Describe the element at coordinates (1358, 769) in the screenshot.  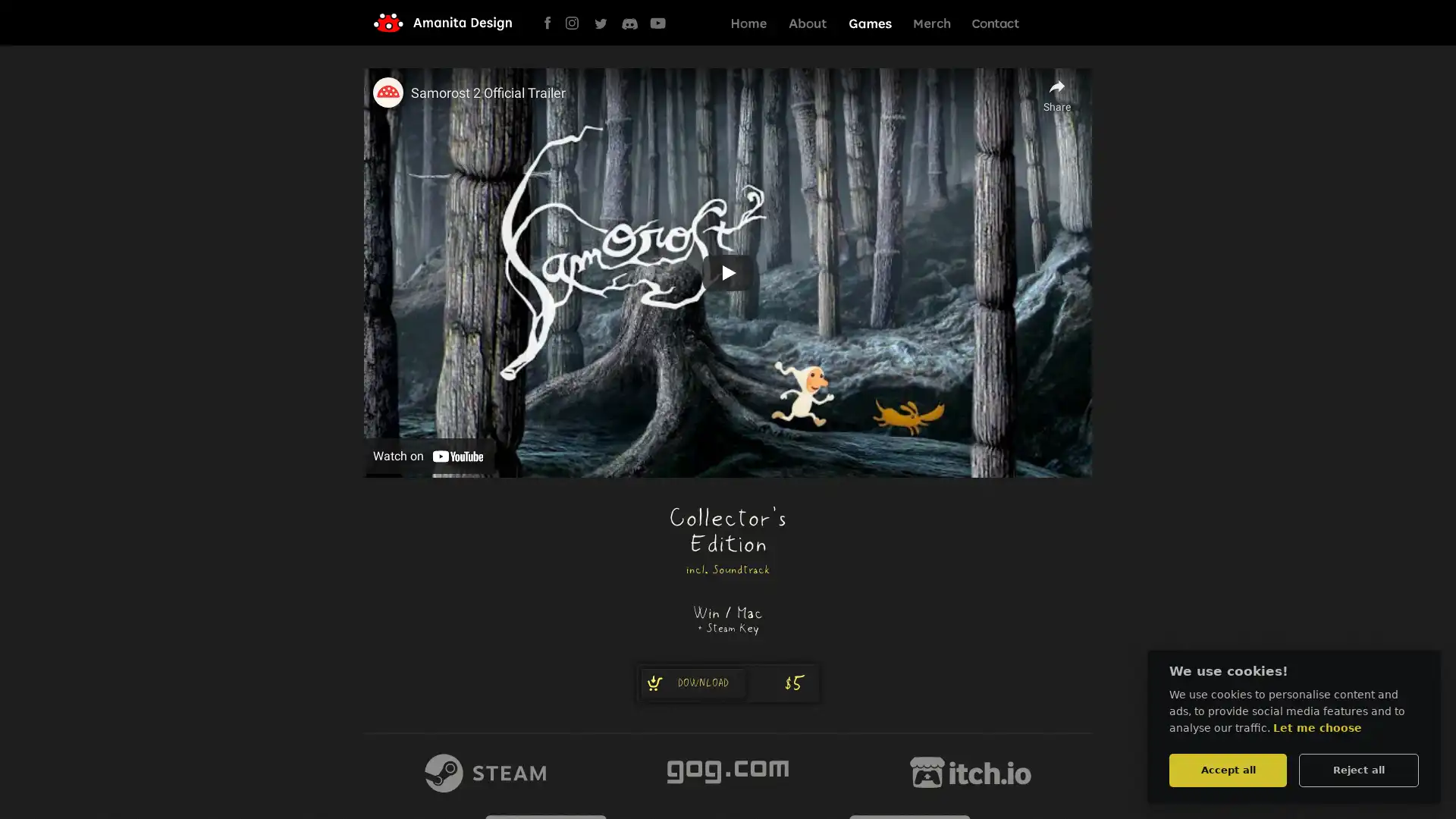
I see `Reject all` at that location.